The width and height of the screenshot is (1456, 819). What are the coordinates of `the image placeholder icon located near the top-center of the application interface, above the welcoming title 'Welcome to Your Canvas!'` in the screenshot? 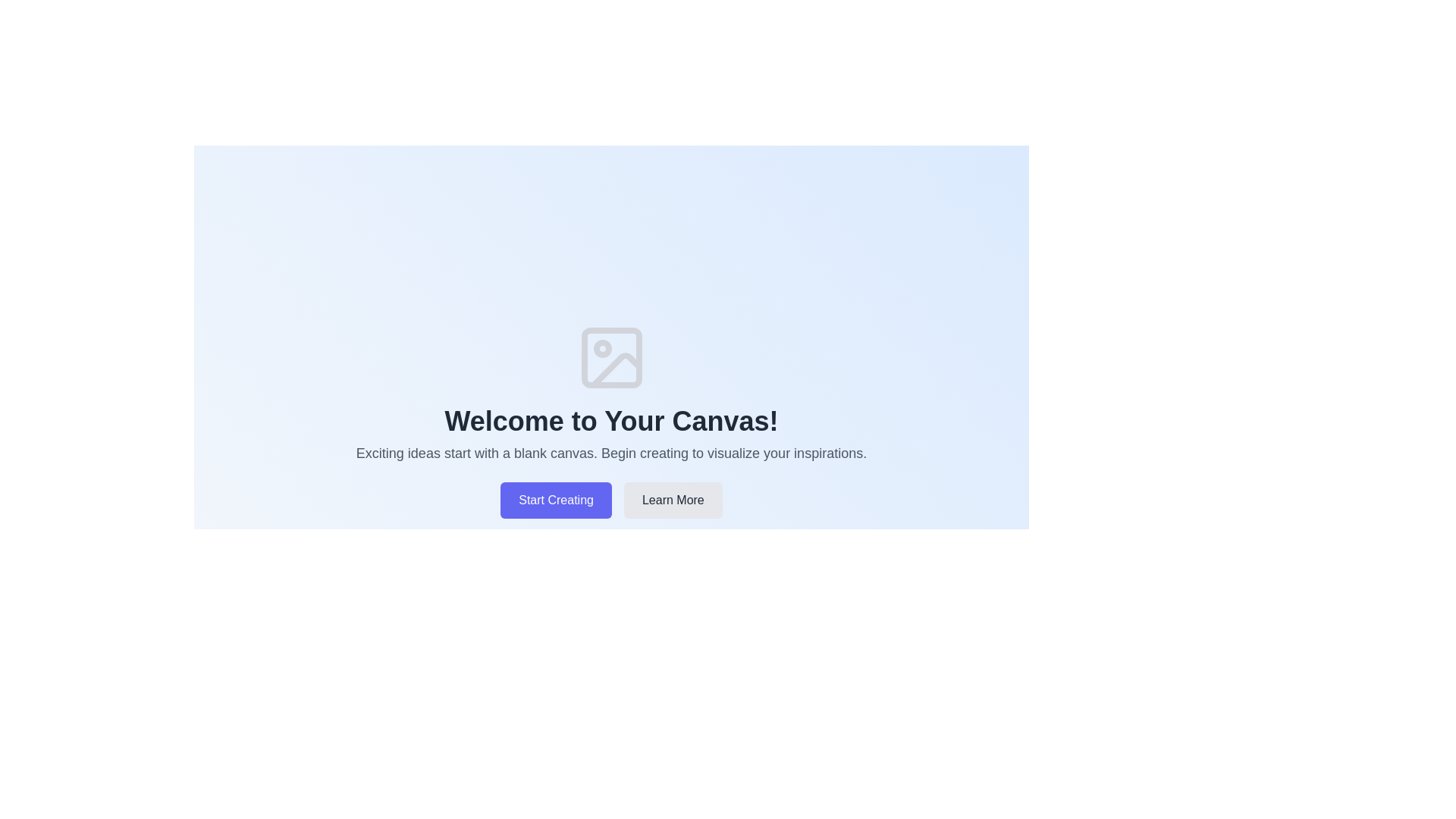 It's located at (611, 357).